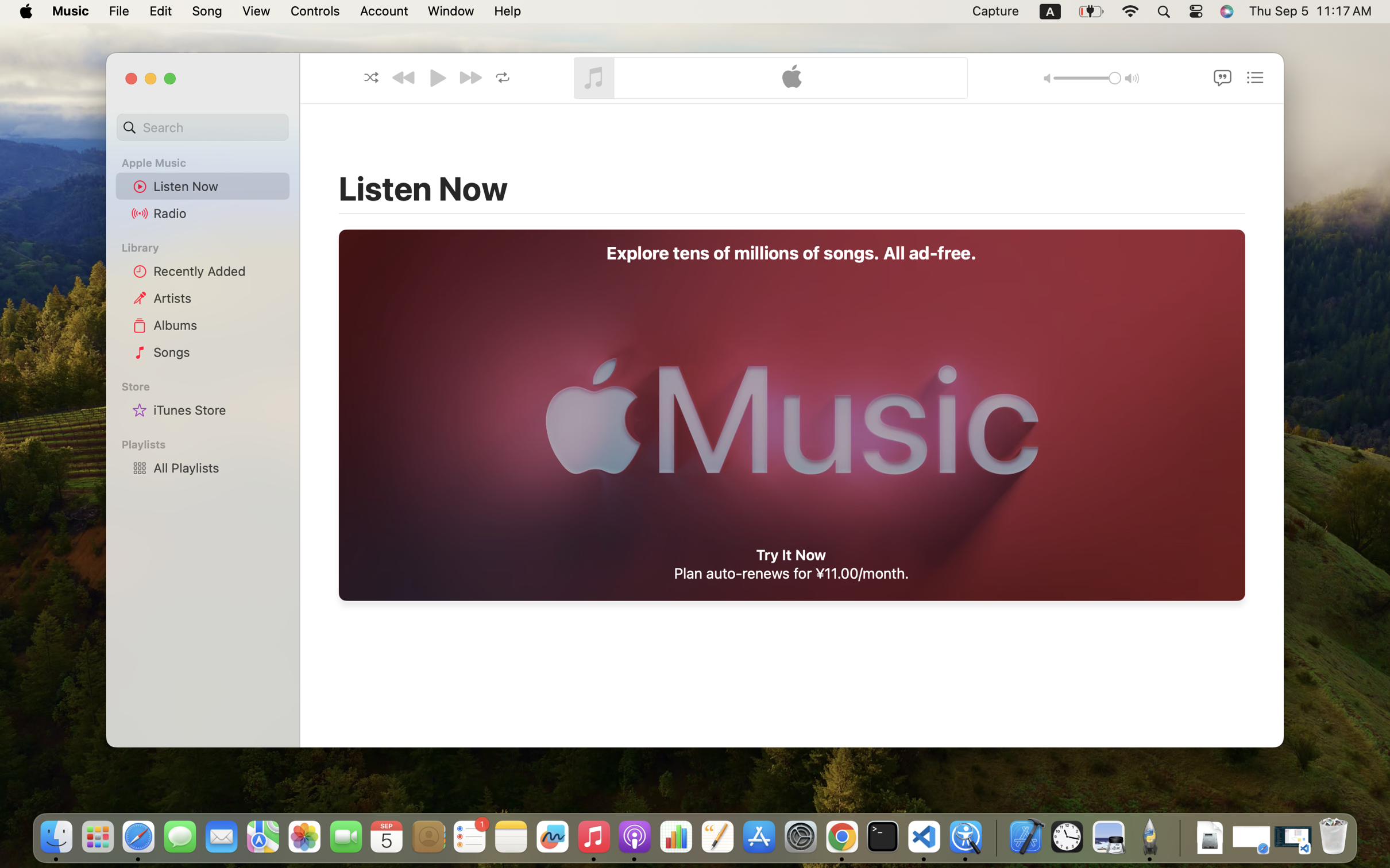 The width and height of the screenshot is (1390, 868). I want to click on 'Artists', so click(218, 297).